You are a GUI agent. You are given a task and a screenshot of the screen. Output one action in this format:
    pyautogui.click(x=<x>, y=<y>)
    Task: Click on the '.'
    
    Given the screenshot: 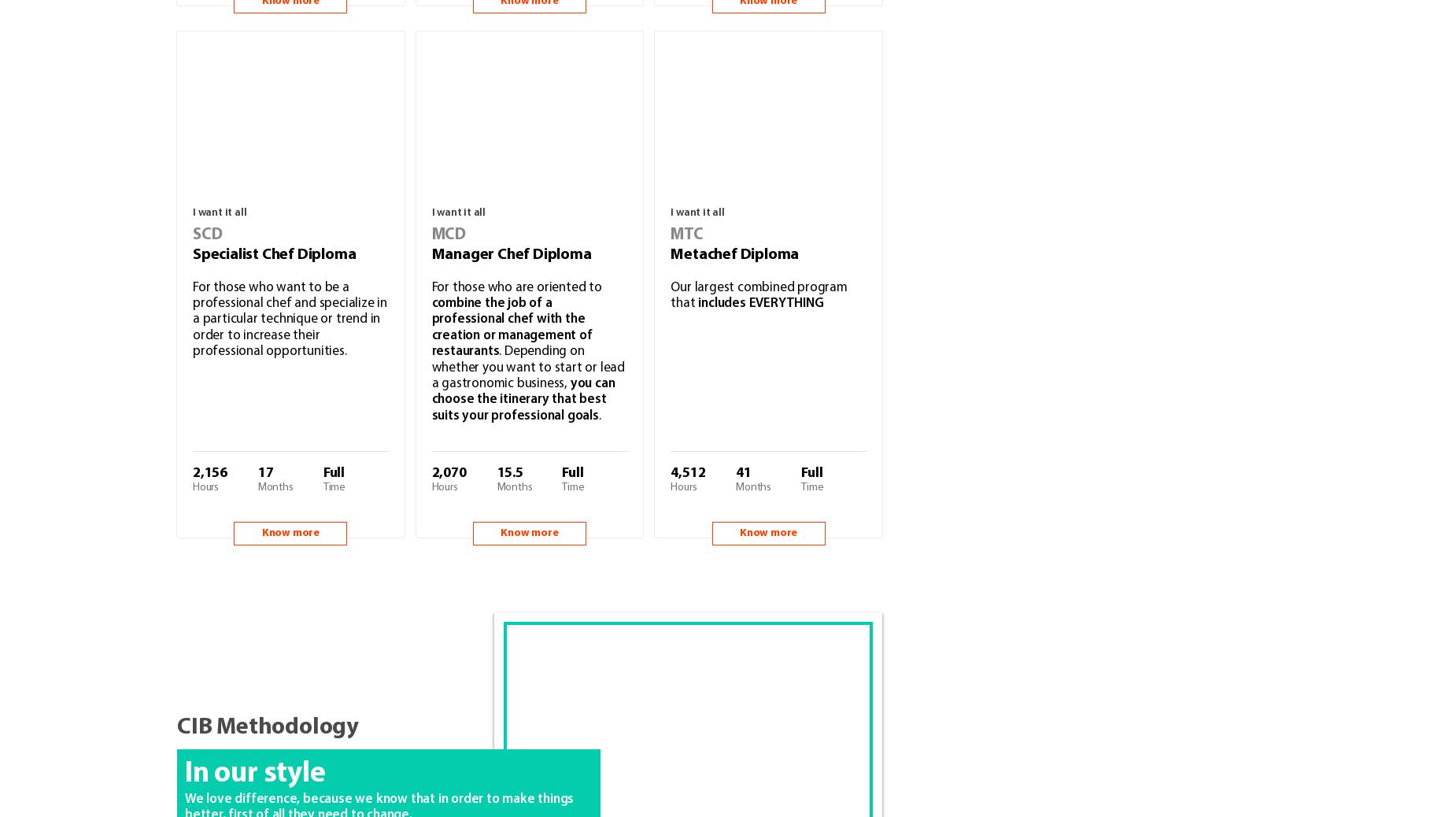 What is the action you would take?
    pyautogui.click(x=597, y=414)
    